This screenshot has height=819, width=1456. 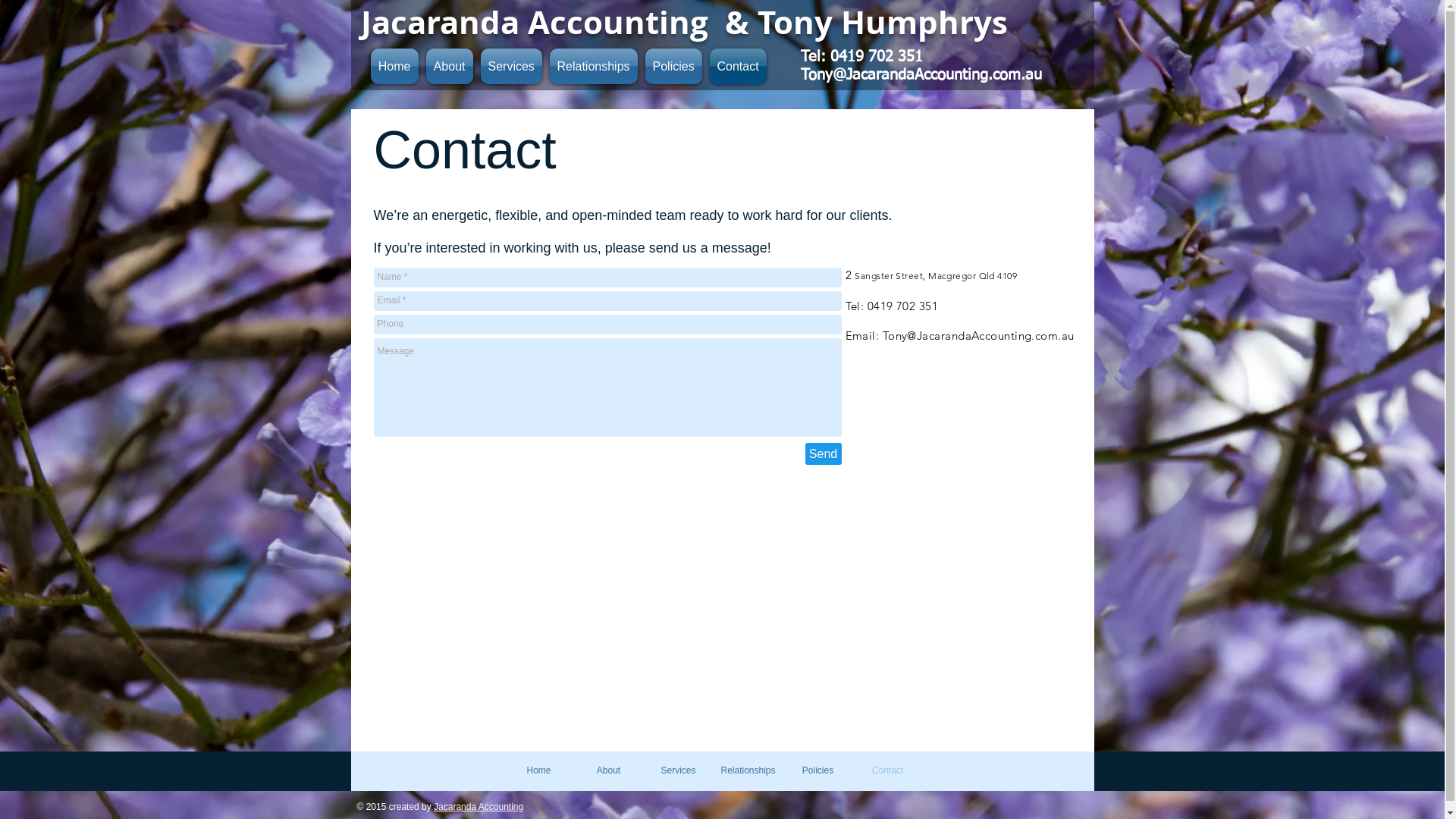 What do you see at coordinates (817, 770) in the screenshot?
I see `'Policies'` at bounding box center [817, 770].